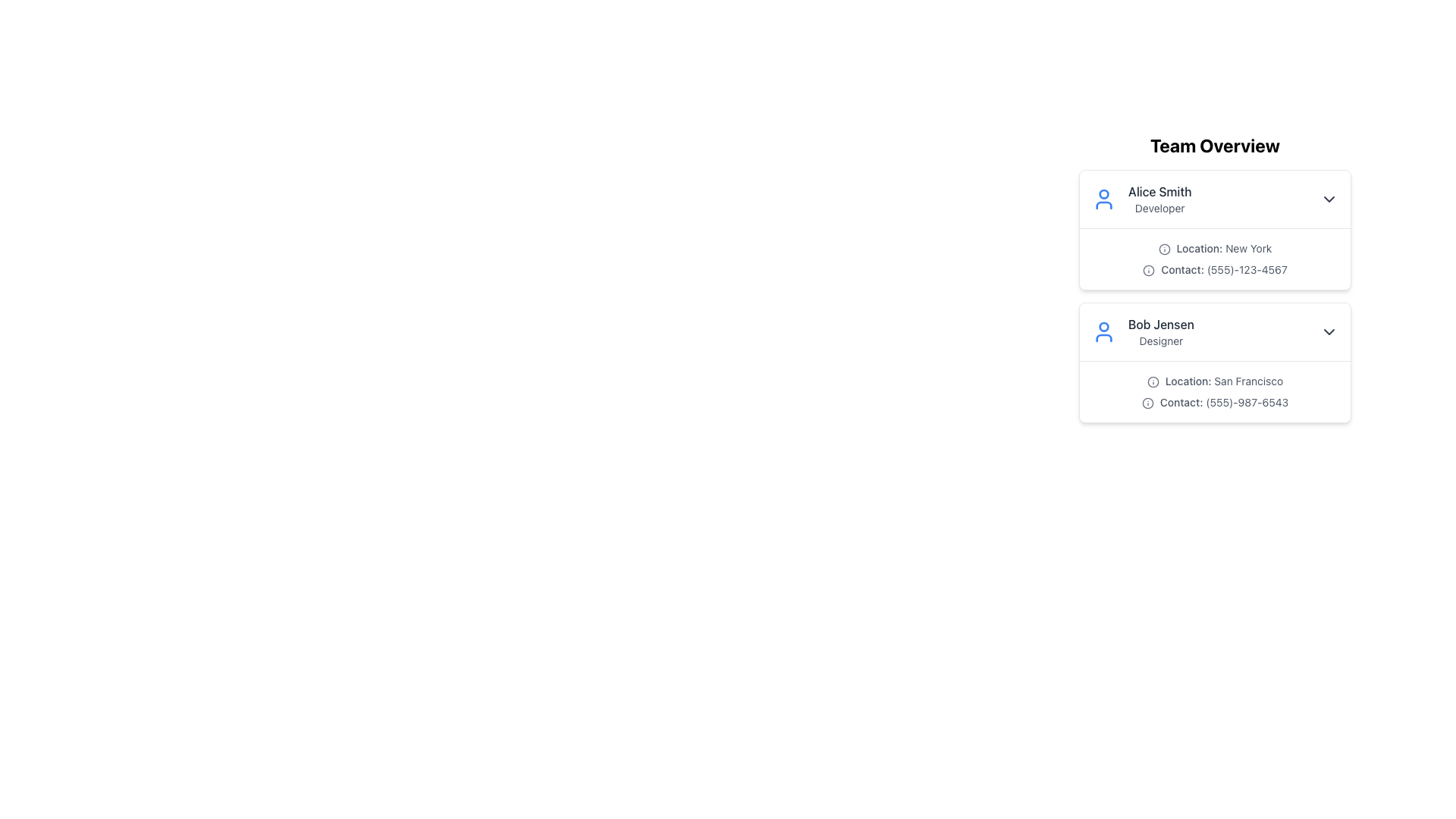 This screenshot has width=1456, height=819. Describe the element at coordinates (1103, 326) in the screenshot. I see `the smaller circular component of the user profile icon associated with Bob Jensen, located in the upper portion of the profile card` at that location.